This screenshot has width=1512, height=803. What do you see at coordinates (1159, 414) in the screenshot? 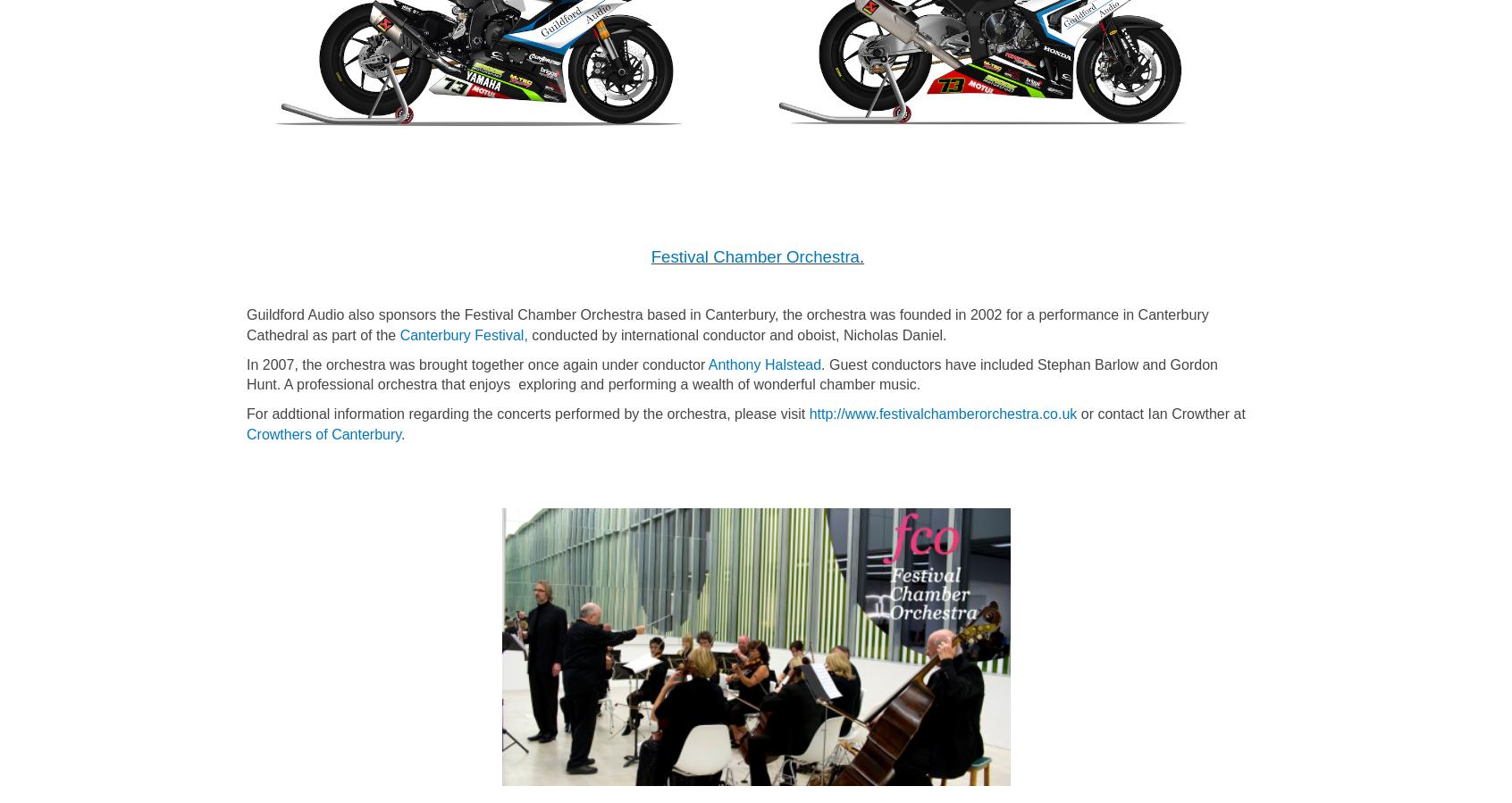
I see `'or contact Ian Crowther at'` at bounding box center [1159, 414].